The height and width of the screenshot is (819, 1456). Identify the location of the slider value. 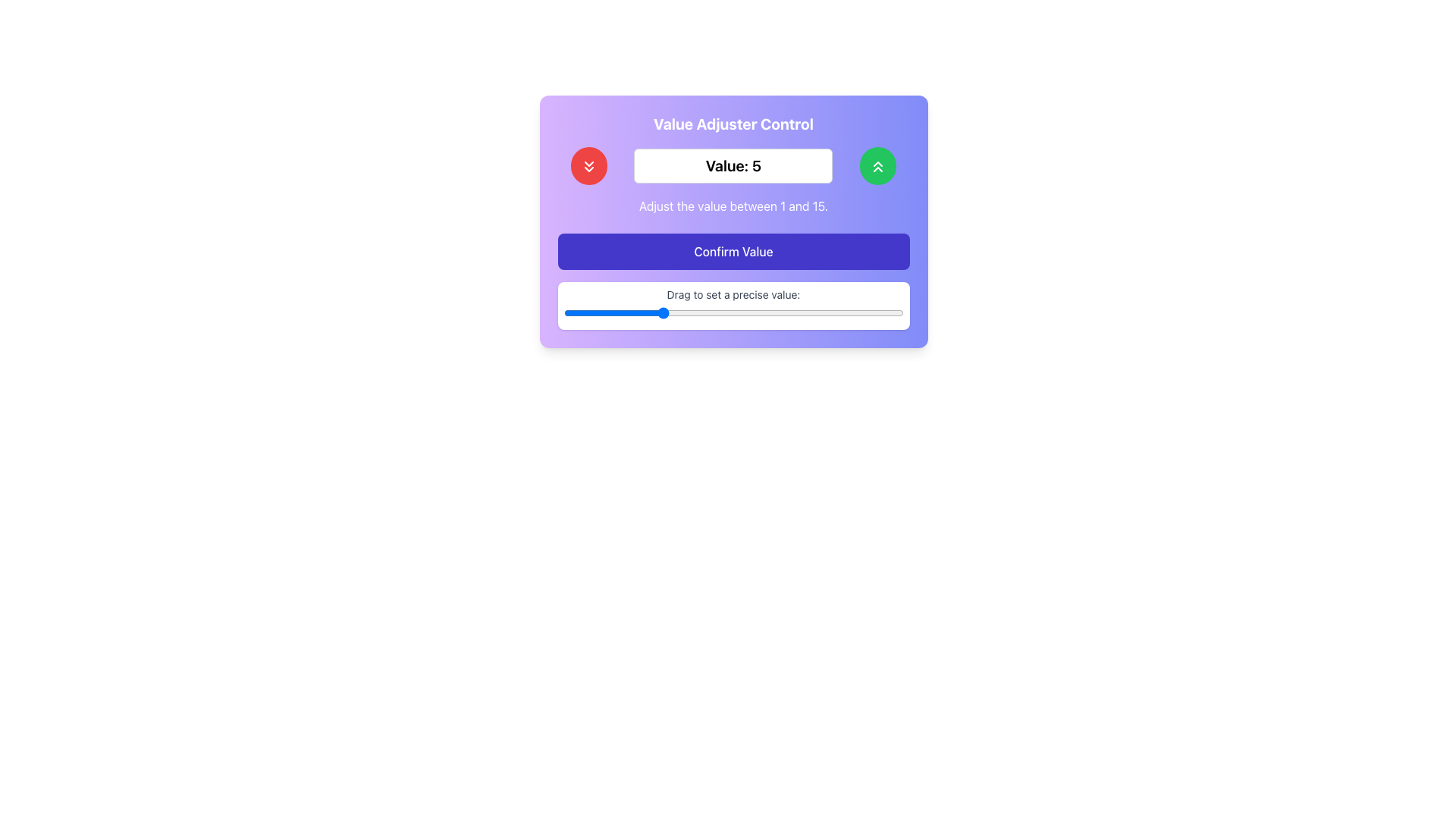
(805, 312).